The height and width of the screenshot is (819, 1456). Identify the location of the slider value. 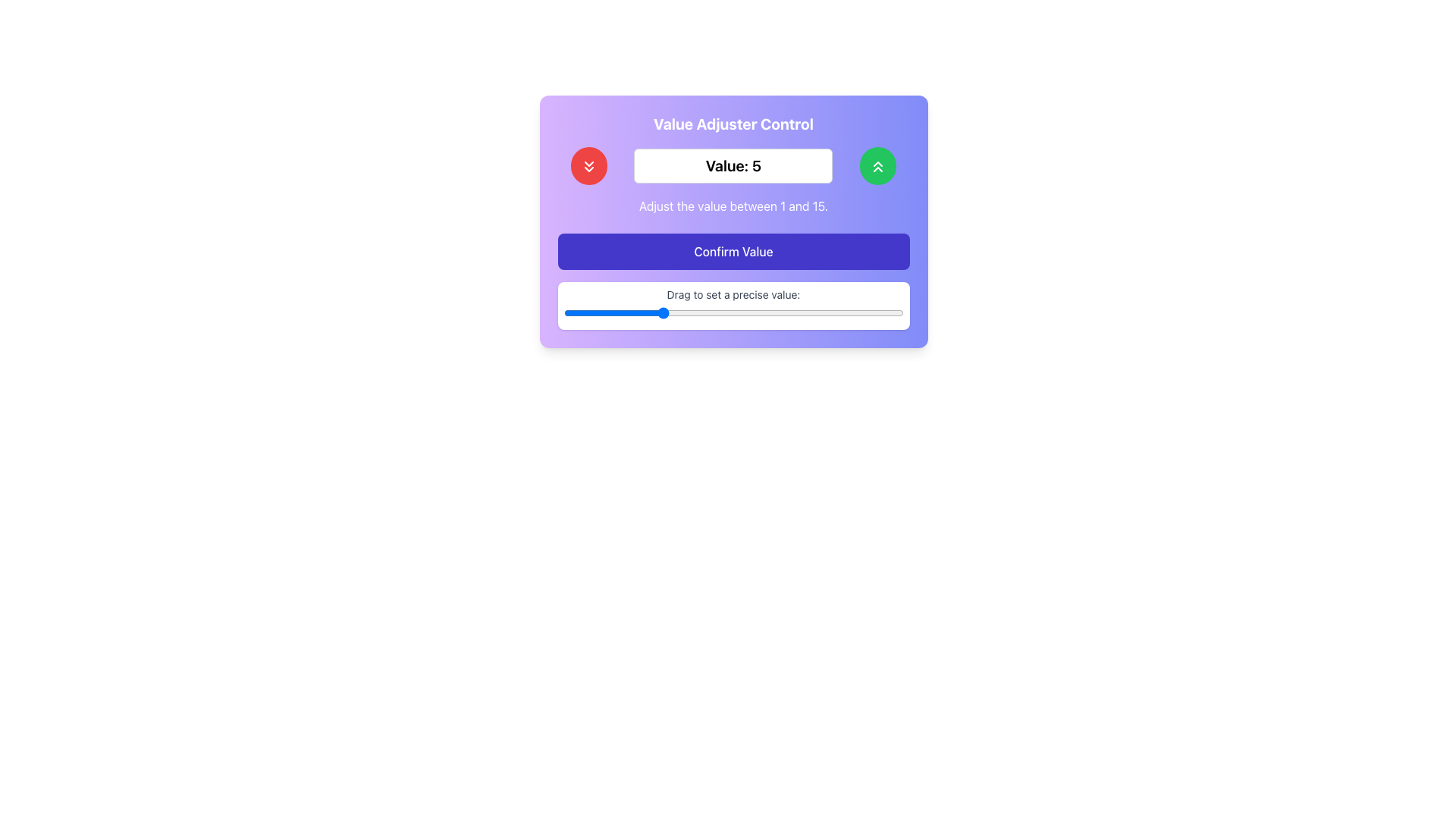
(805, 312).